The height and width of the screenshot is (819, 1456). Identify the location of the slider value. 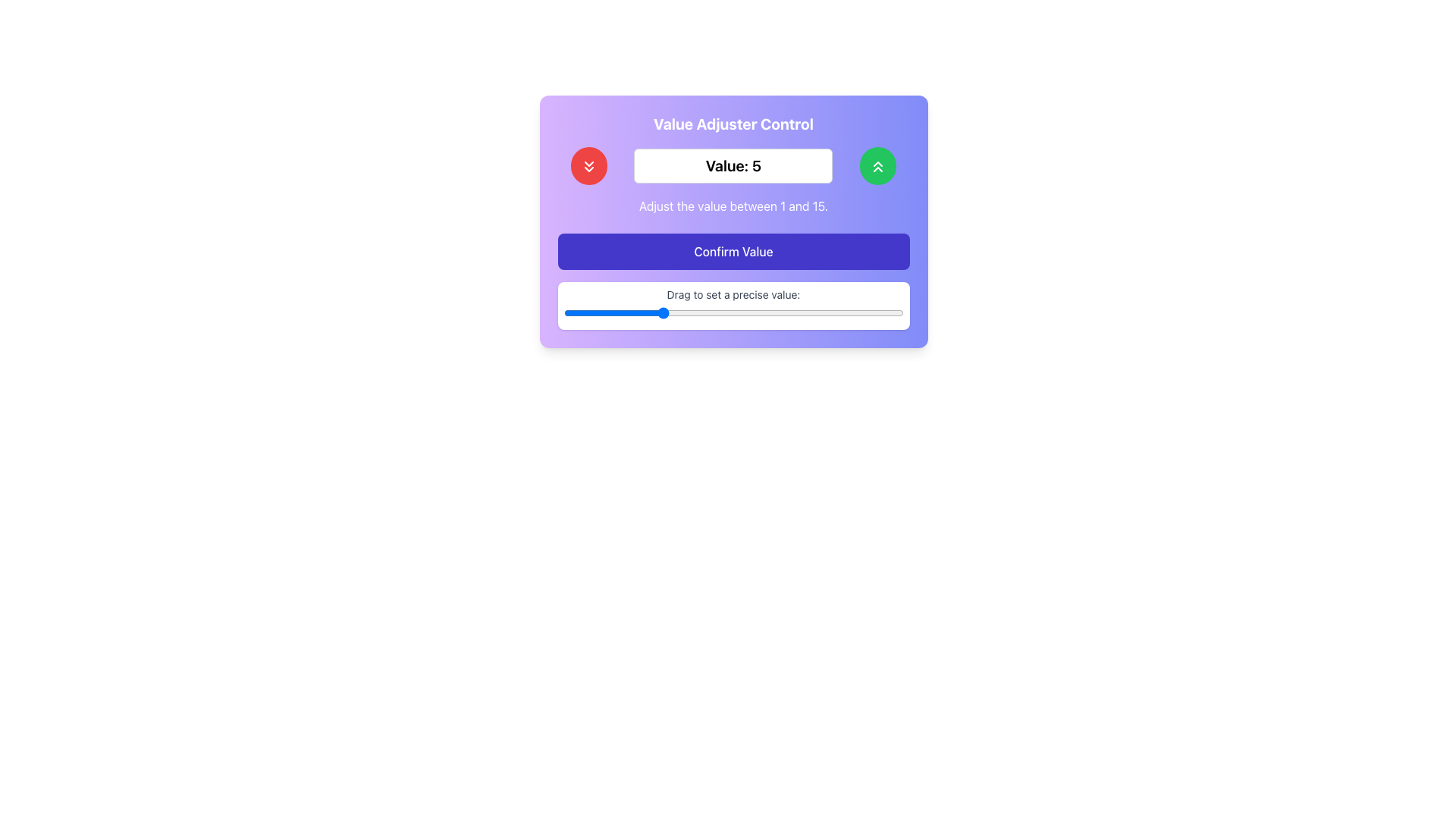
(805, 312).